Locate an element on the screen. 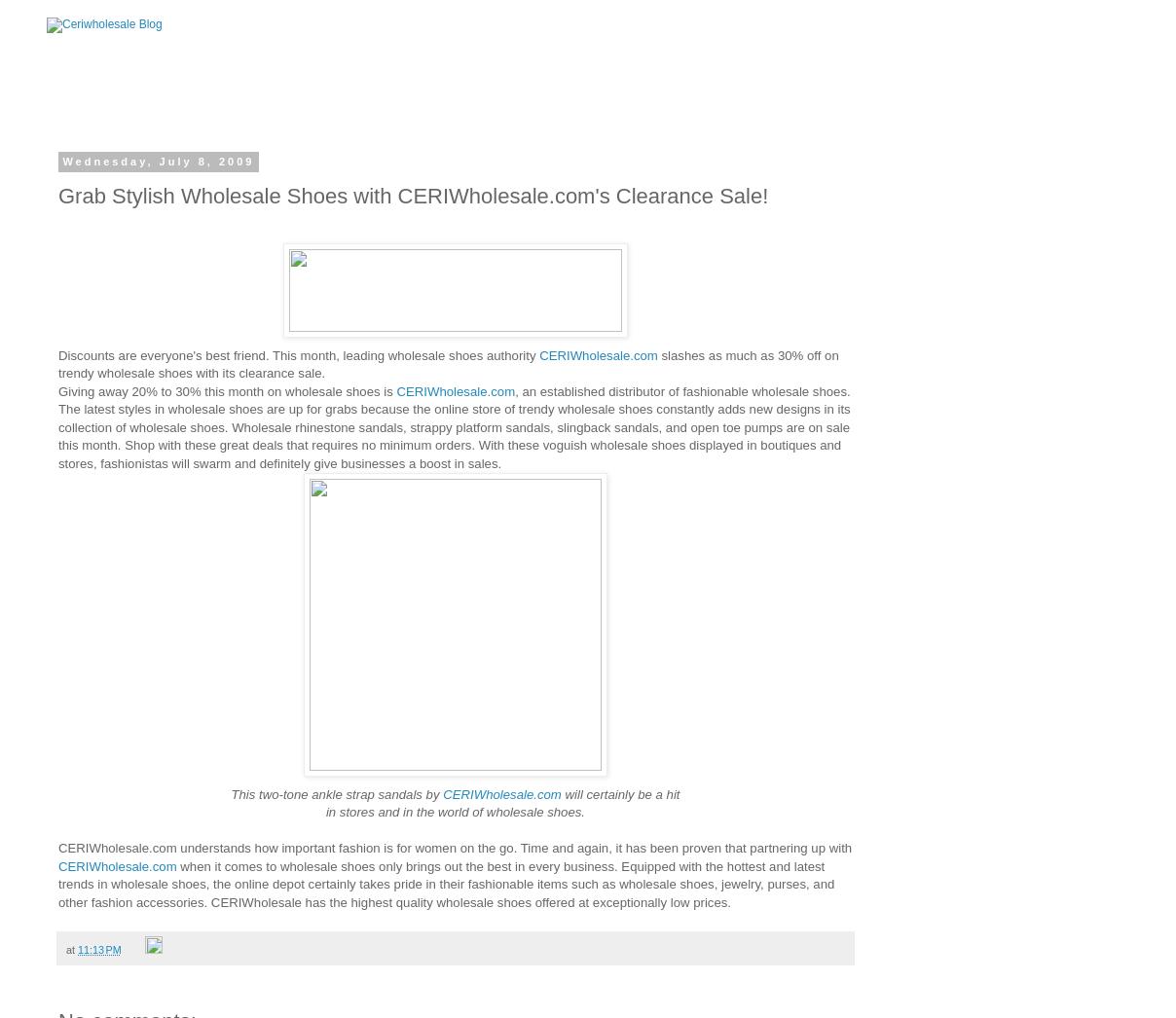  'slashes as much as 30% off on trendy wholesale shoes with its clearance sale.' is located at coordinates (448, 364).